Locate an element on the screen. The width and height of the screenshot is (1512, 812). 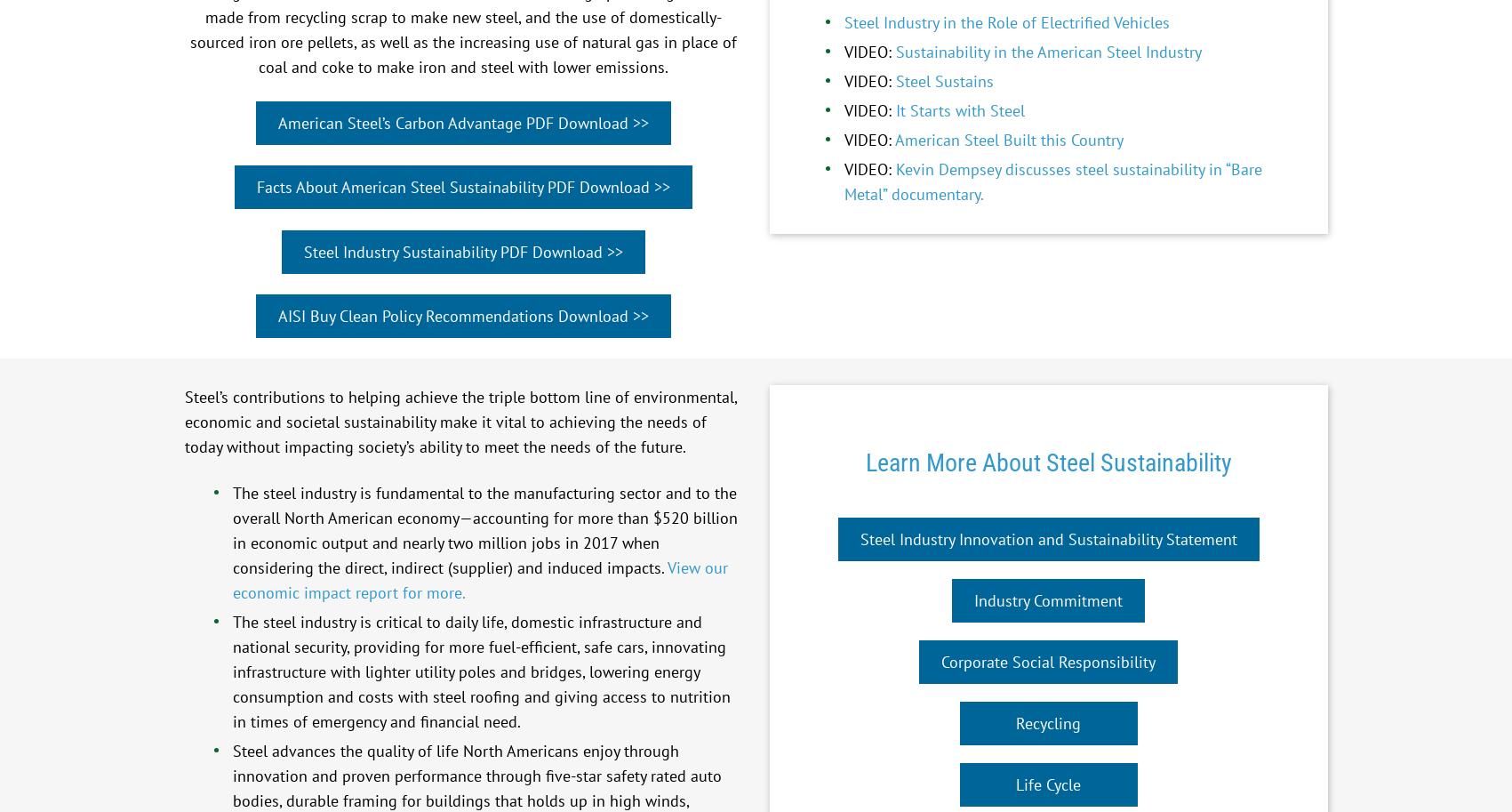
'Industry Commitment' is located at coordinates (1047, 600).